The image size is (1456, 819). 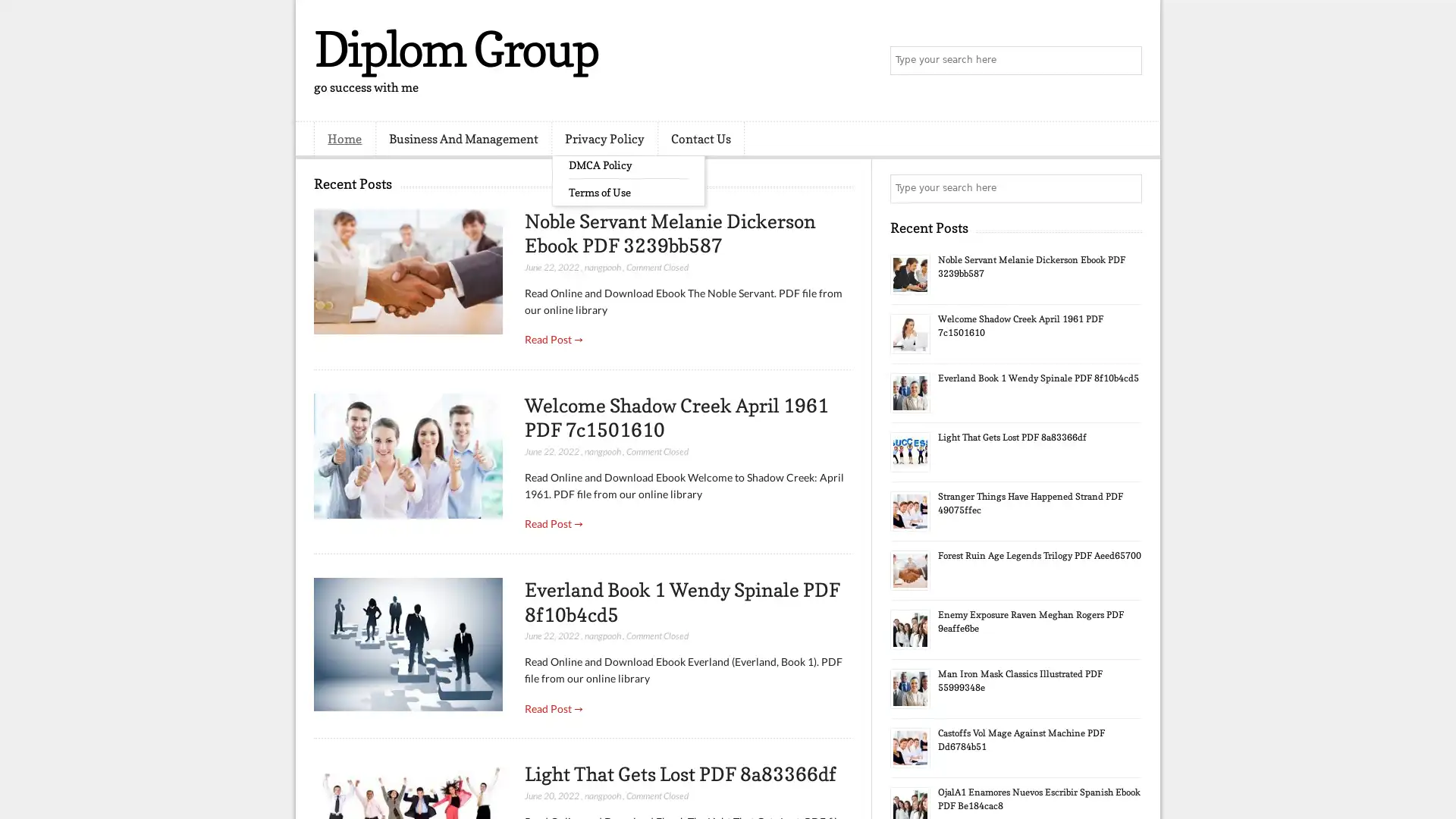 I want to click on Search, so click(x=1126, y=188).